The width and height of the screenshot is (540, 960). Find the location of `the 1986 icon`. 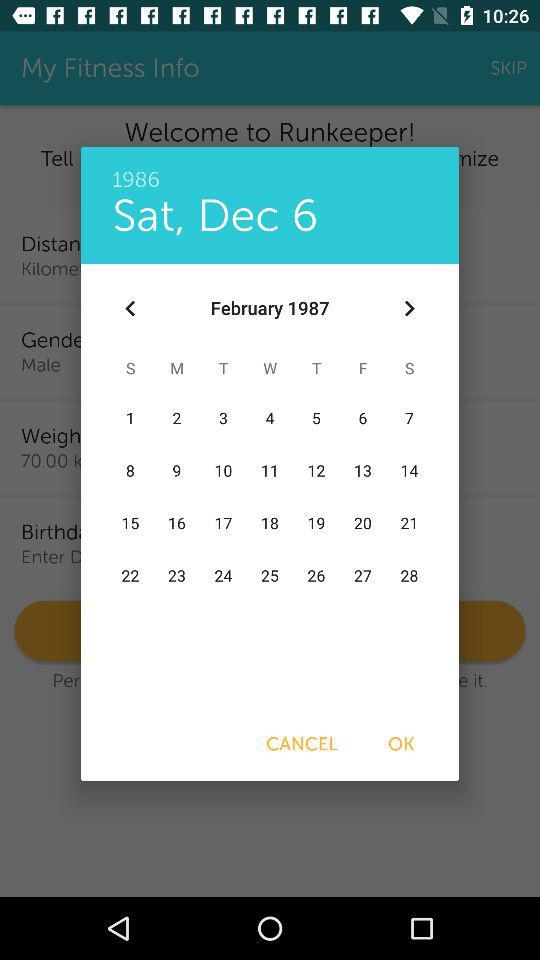

the 1986 icon is located at coordinates (270, 168).